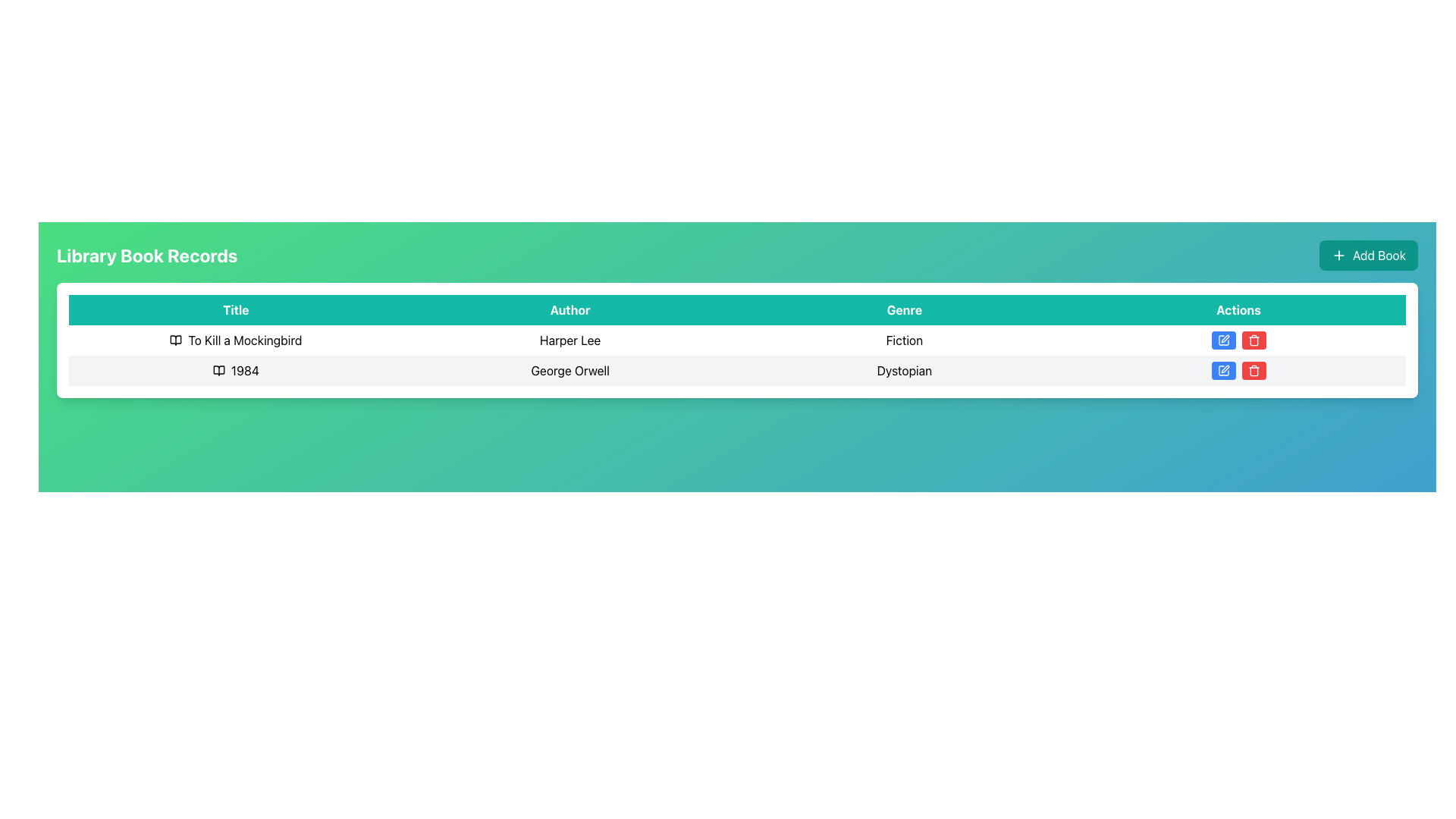 Image resolution: width=1456 pixels, height=819 pixels. What do you see at coordinates (1254, 371) in the screenshot?
I see `the small, rounded red button with a white trash can icon in the 'Actions' column, corresponding to the second row for the book '1984'` at bounding box center [1254, 371].